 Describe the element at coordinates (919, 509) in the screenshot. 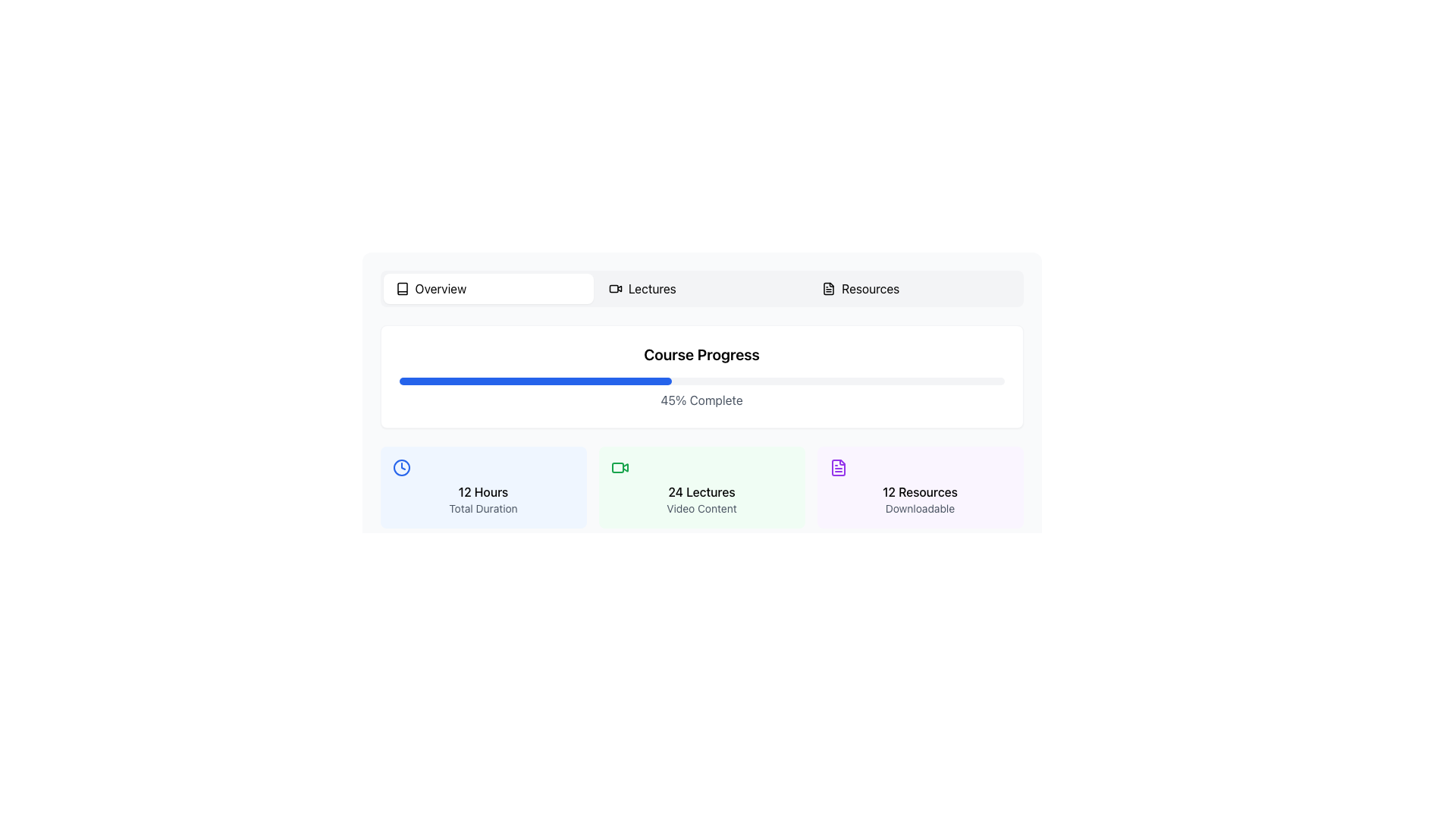

I see `the text label located at the bottom of the '12 Resources' card, which is the rightmost card in a three-card layout` at that location.